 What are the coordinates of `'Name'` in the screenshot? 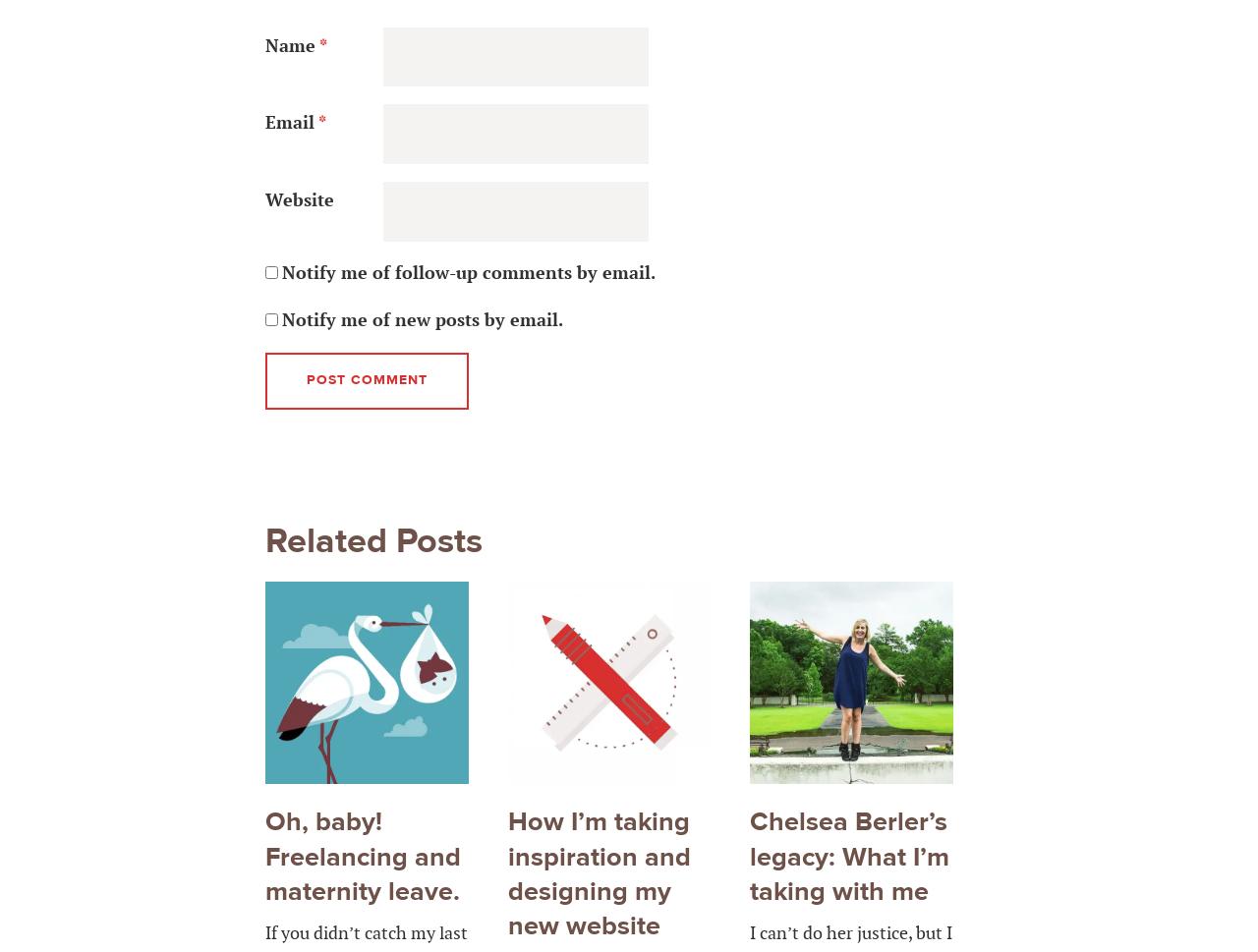 It's located at (291, 44).